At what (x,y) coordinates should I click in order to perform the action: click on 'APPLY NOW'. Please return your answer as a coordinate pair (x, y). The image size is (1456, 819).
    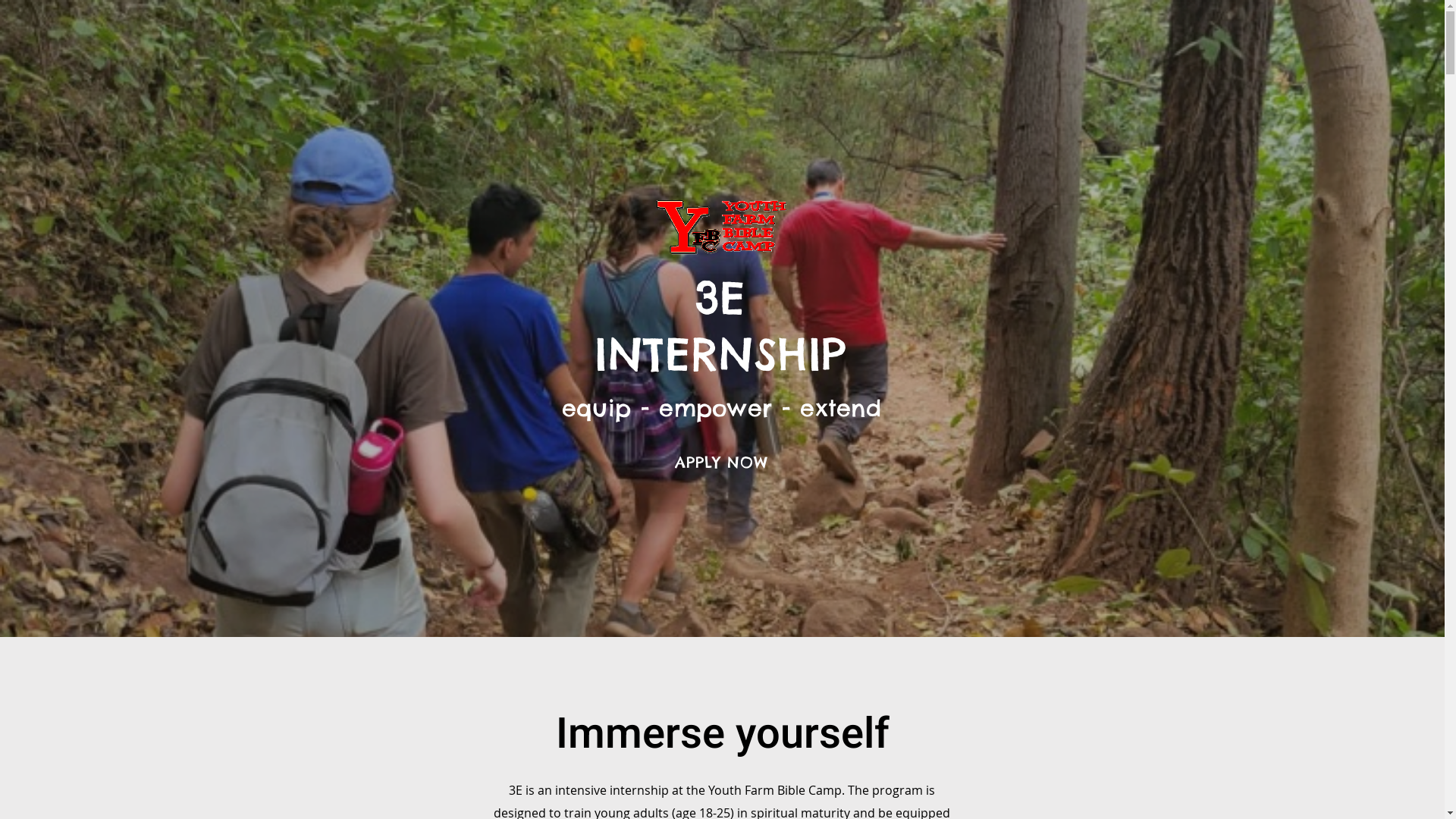
    Looking at the image, I should click on (720, 461).